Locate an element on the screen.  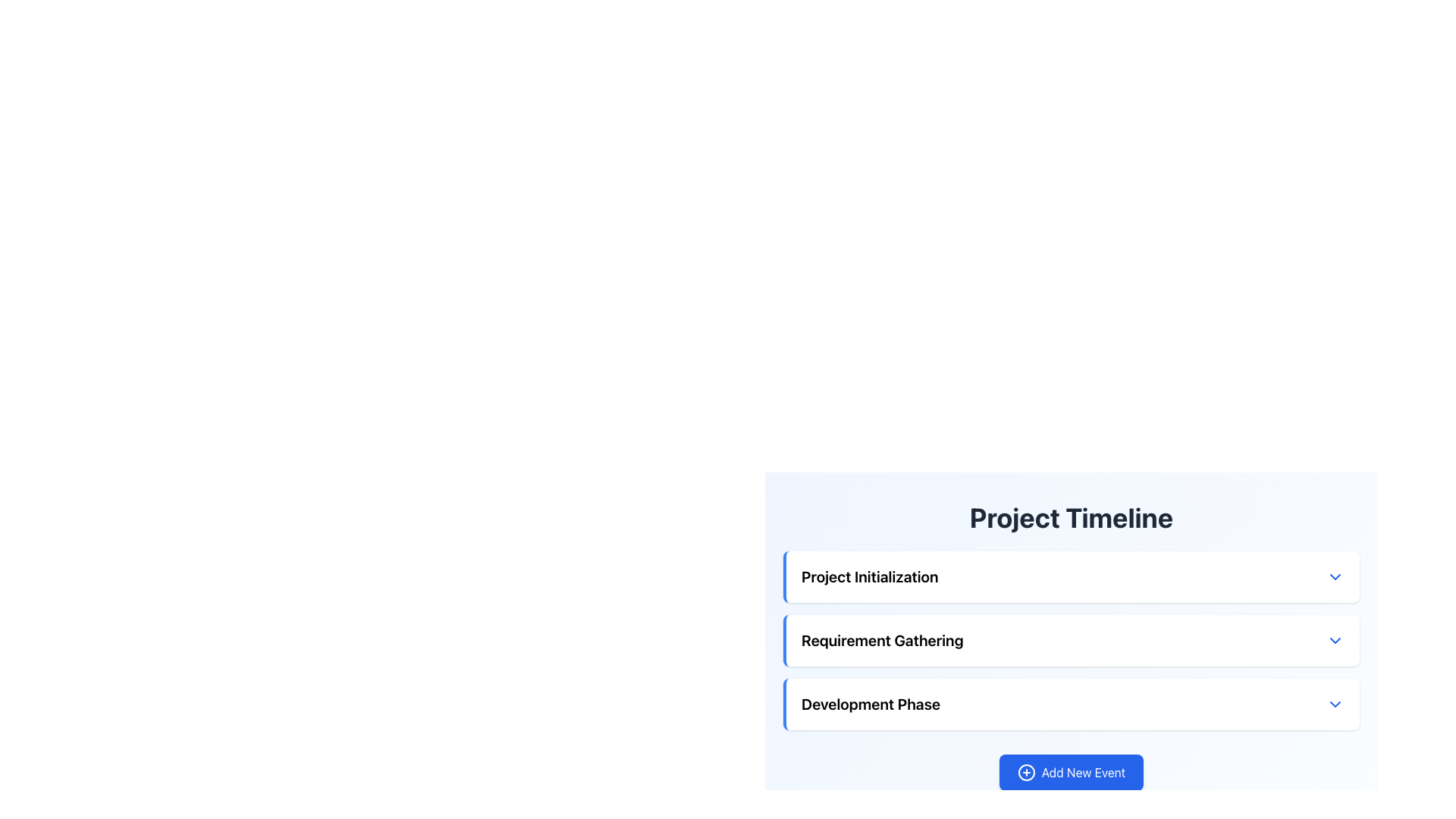
the collapsible item for 'Requirement Gathering' within the 'Project Timeline' is located at coordinates (1070, 622).